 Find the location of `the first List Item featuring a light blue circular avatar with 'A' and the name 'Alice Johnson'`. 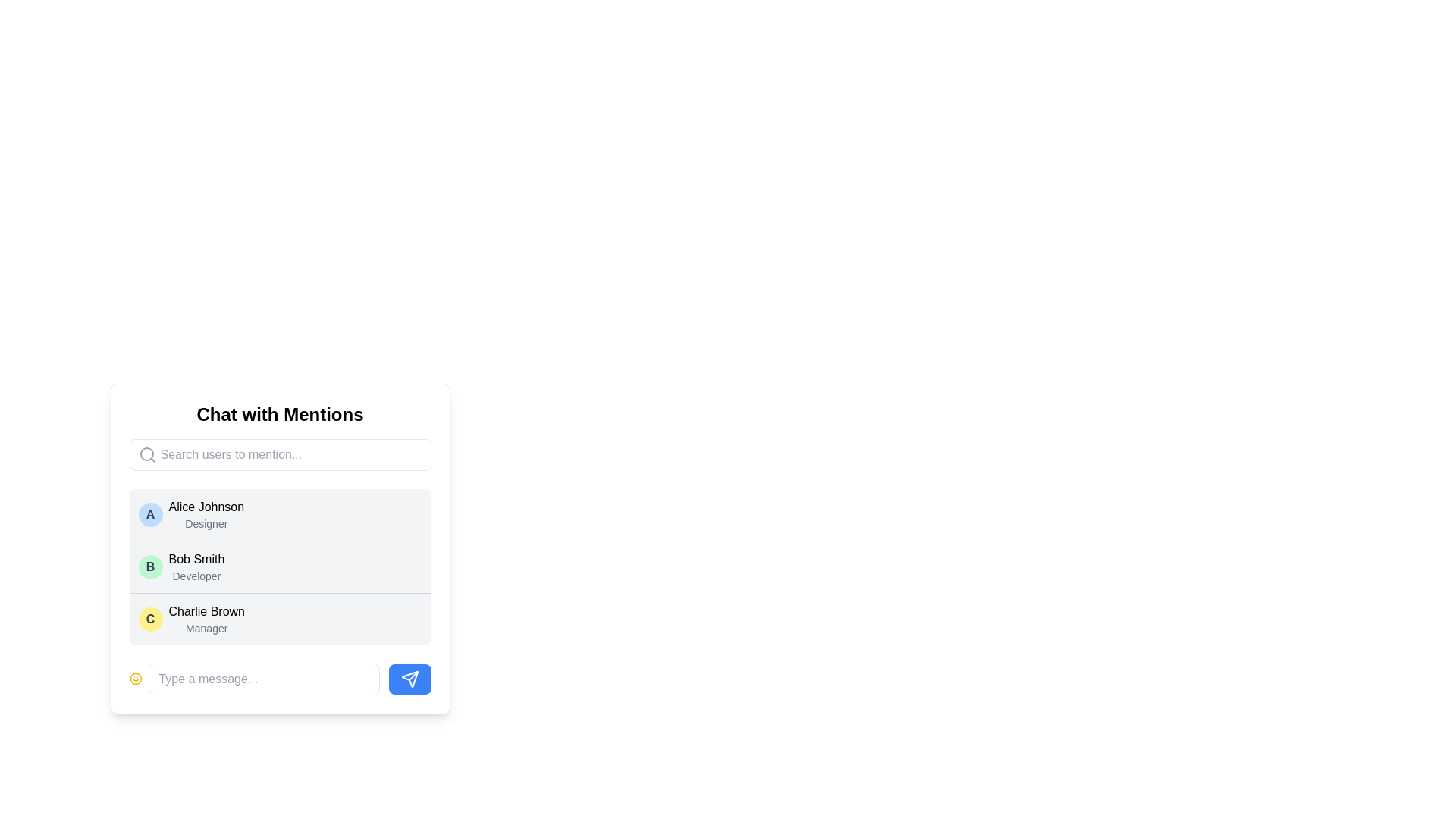

the first List Item featuring a light blue circular avatar with 'A' and the name 'Alice Johnson' is located at coordinates (280, 513).